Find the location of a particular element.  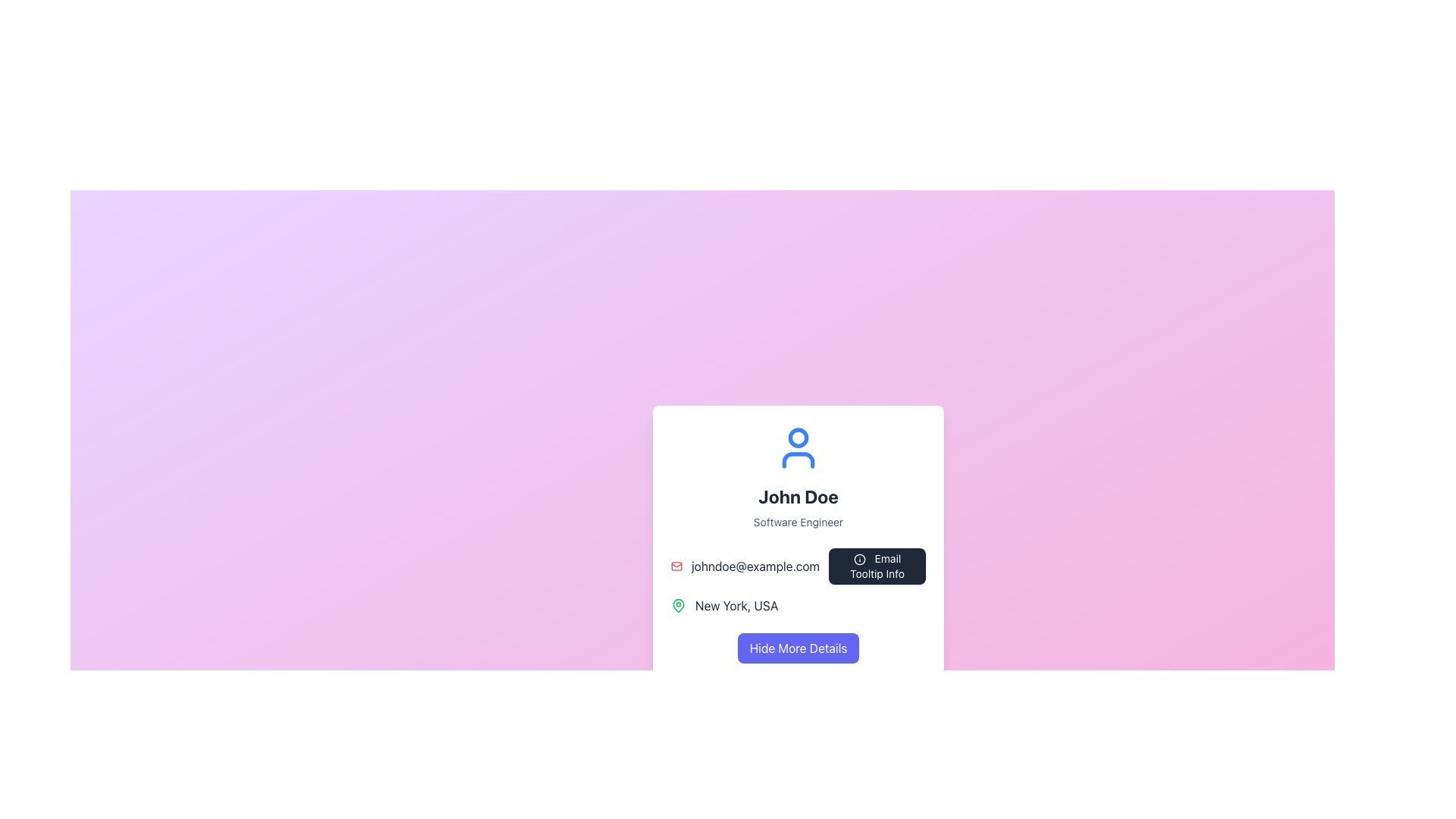

the static text label displaying 'Software Engineer', which is the second text label below the icon and under the main title 'John Doe' within the user's profile card is located at coordinates (797, 522).